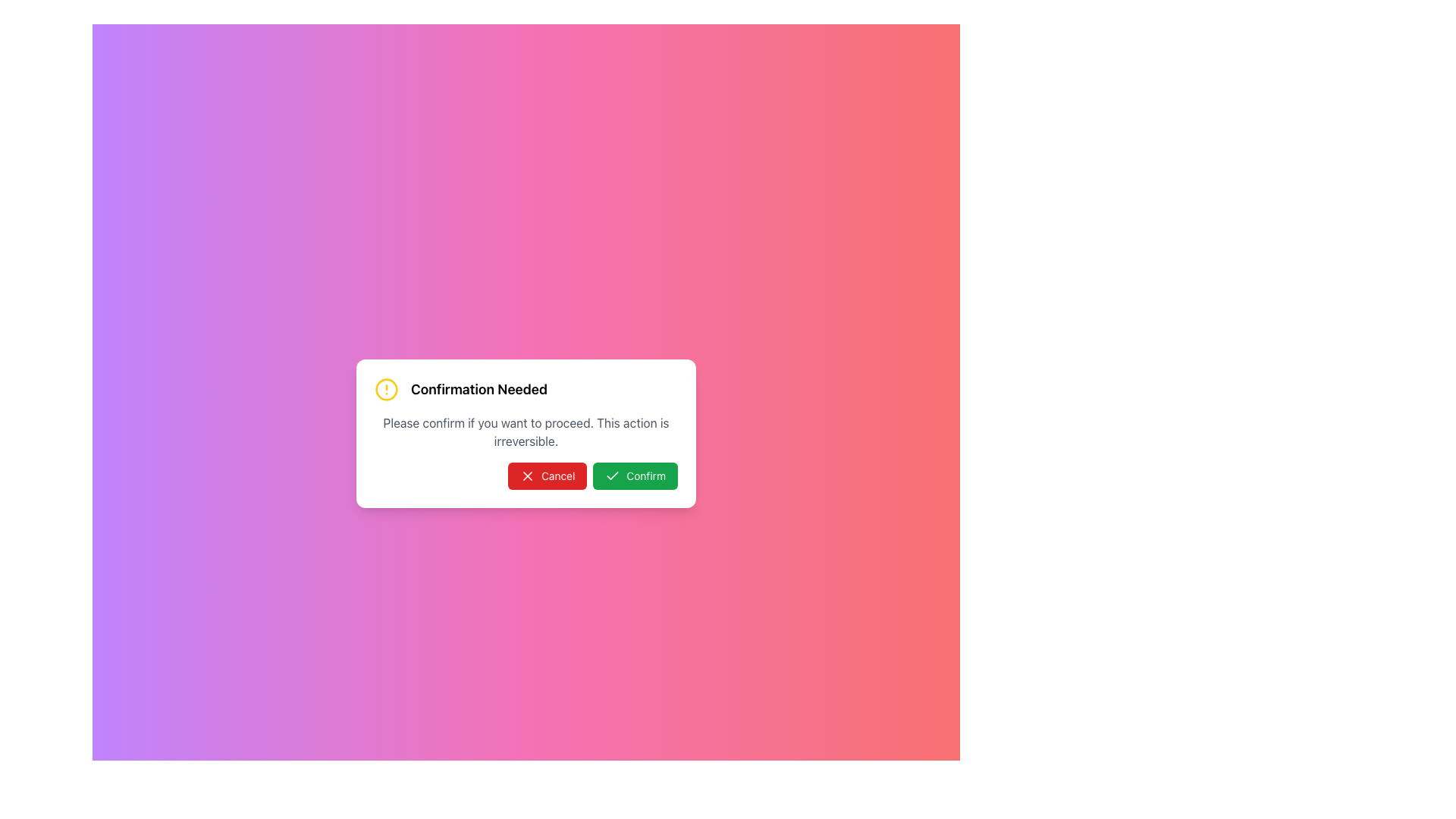  Describe the element at coordinates (613, 475) in the screenshot. I see `the decorative icon within the 'Confirm' button located at the bottom-right of the dialog box to indicate a positive action or approval` at that location.